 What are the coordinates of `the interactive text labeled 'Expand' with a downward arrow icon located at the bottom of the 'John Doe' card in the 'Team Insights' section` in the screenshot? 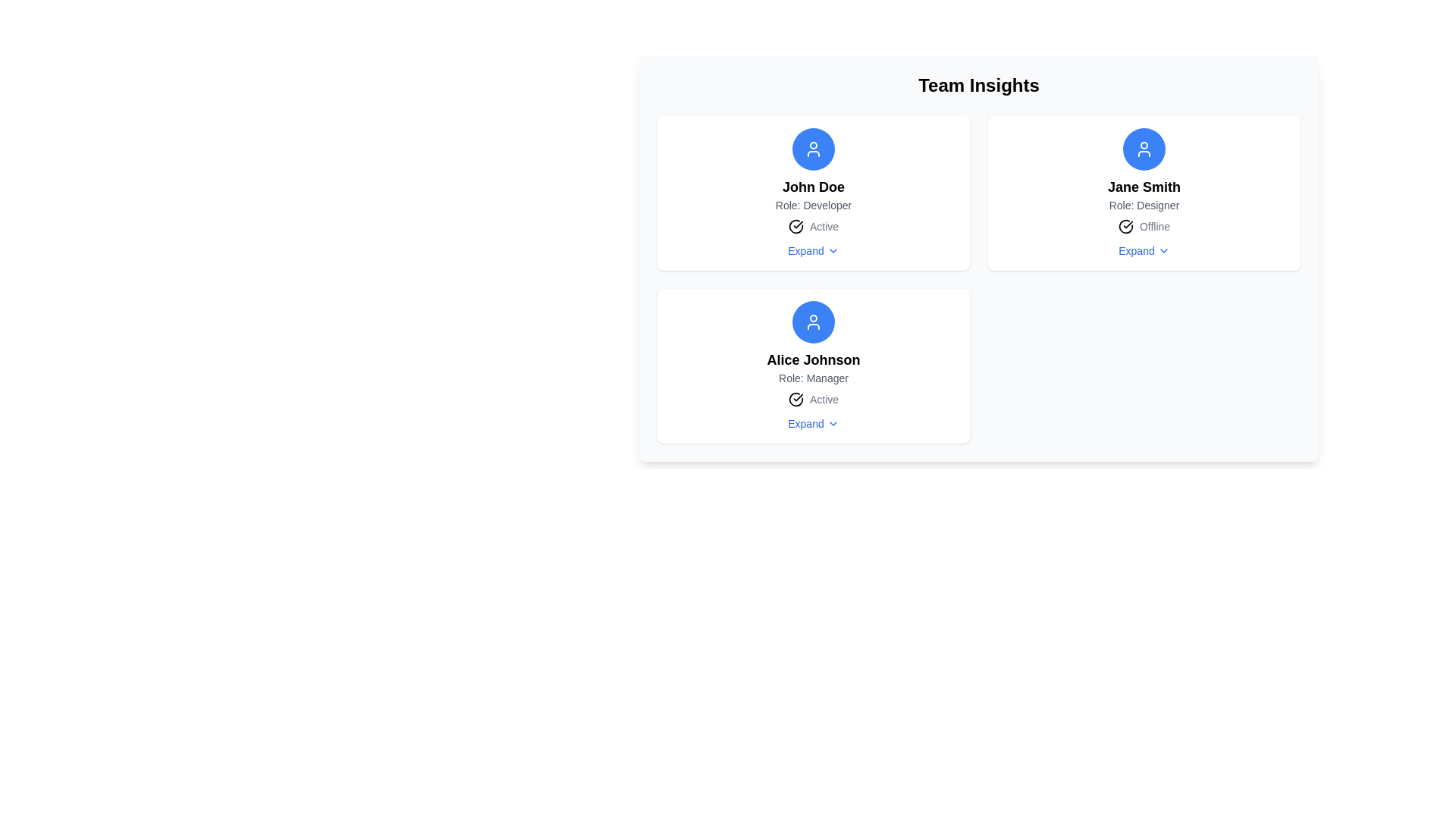 It's located at (812, 250).